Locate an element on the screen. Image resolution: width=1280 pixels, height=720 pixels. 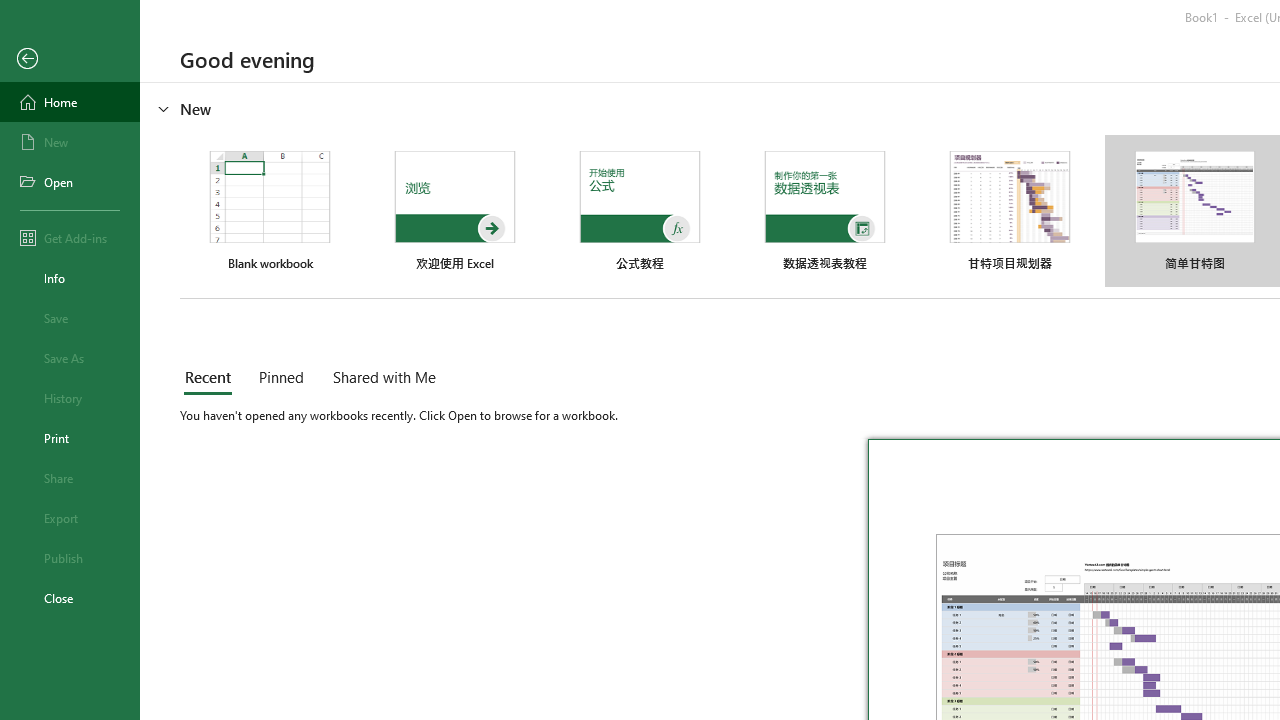
'Close' is located at coordinates (69, 596).